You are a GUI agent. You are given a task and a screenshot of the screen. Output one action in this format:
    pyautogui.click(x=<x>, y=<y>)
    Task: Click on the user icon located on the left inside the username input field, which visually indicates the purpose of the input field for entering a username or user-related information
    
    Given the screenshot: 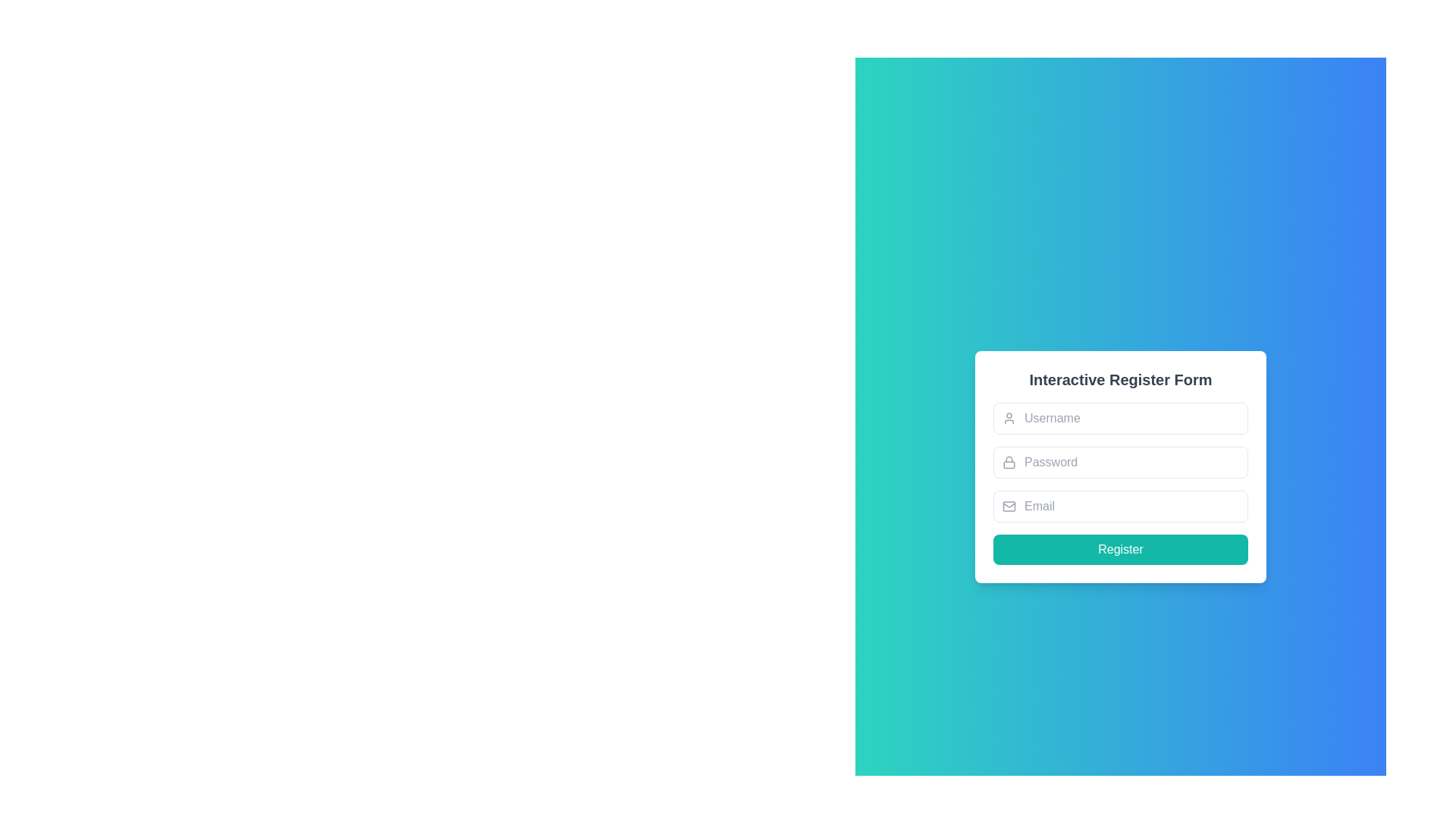 What is the action you would take?
    pyautogui.click(x=1009, y=418)
    